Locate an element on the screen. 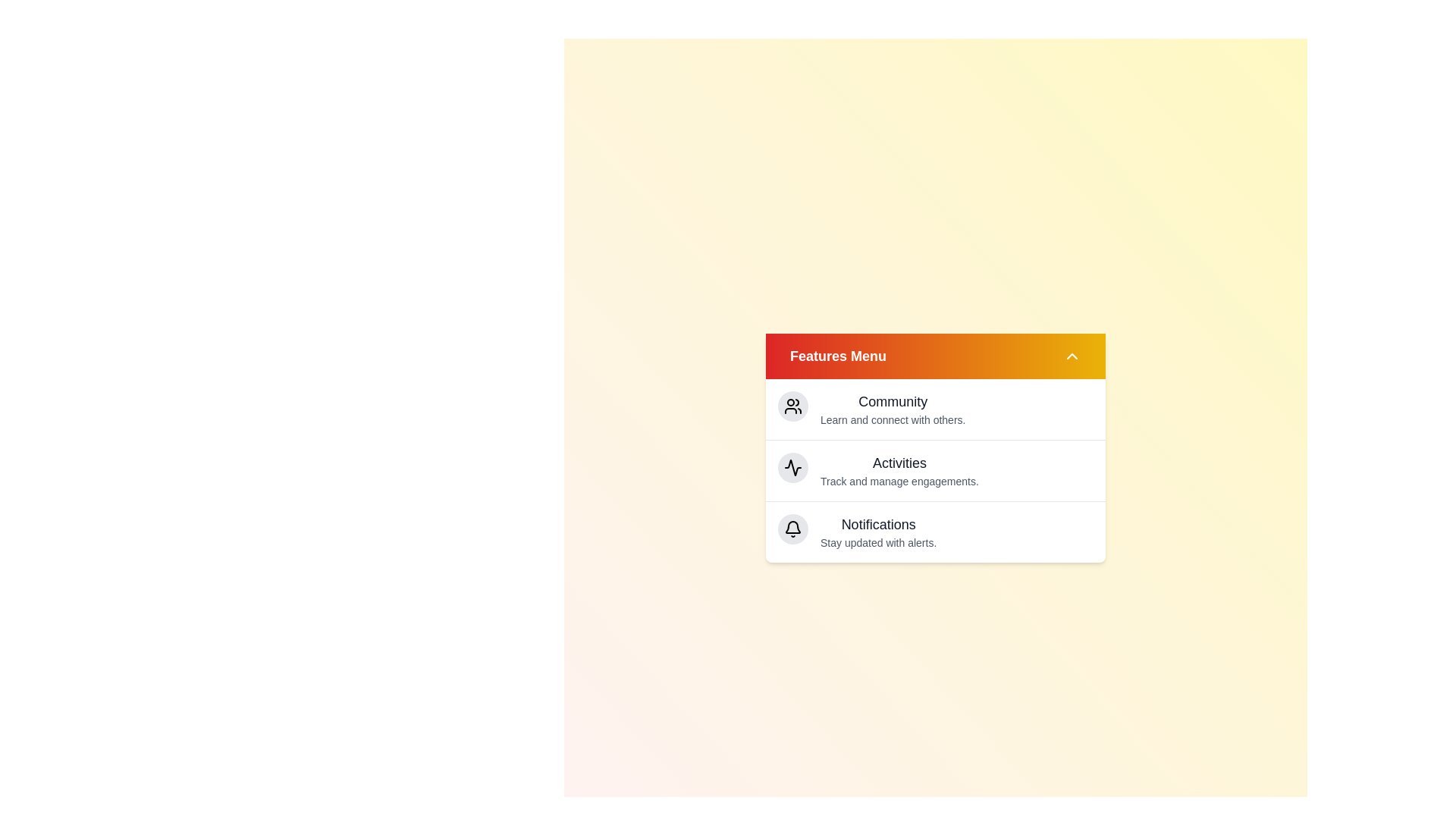  the menu item Notifications from the list is located at coordinates (878, 523).